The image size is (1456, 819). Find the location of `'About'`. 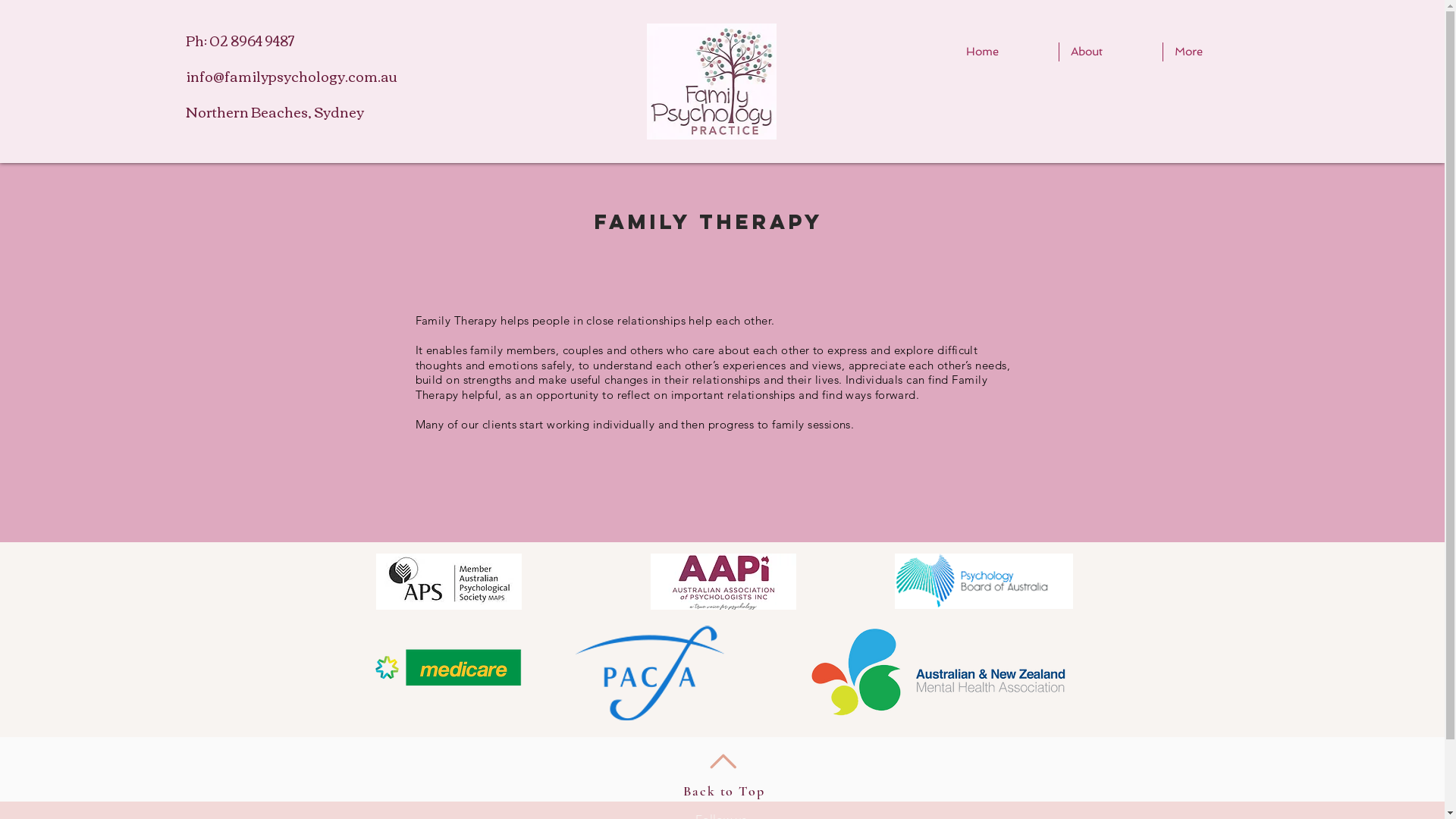

'About' is located at coordinates (1110, 51).